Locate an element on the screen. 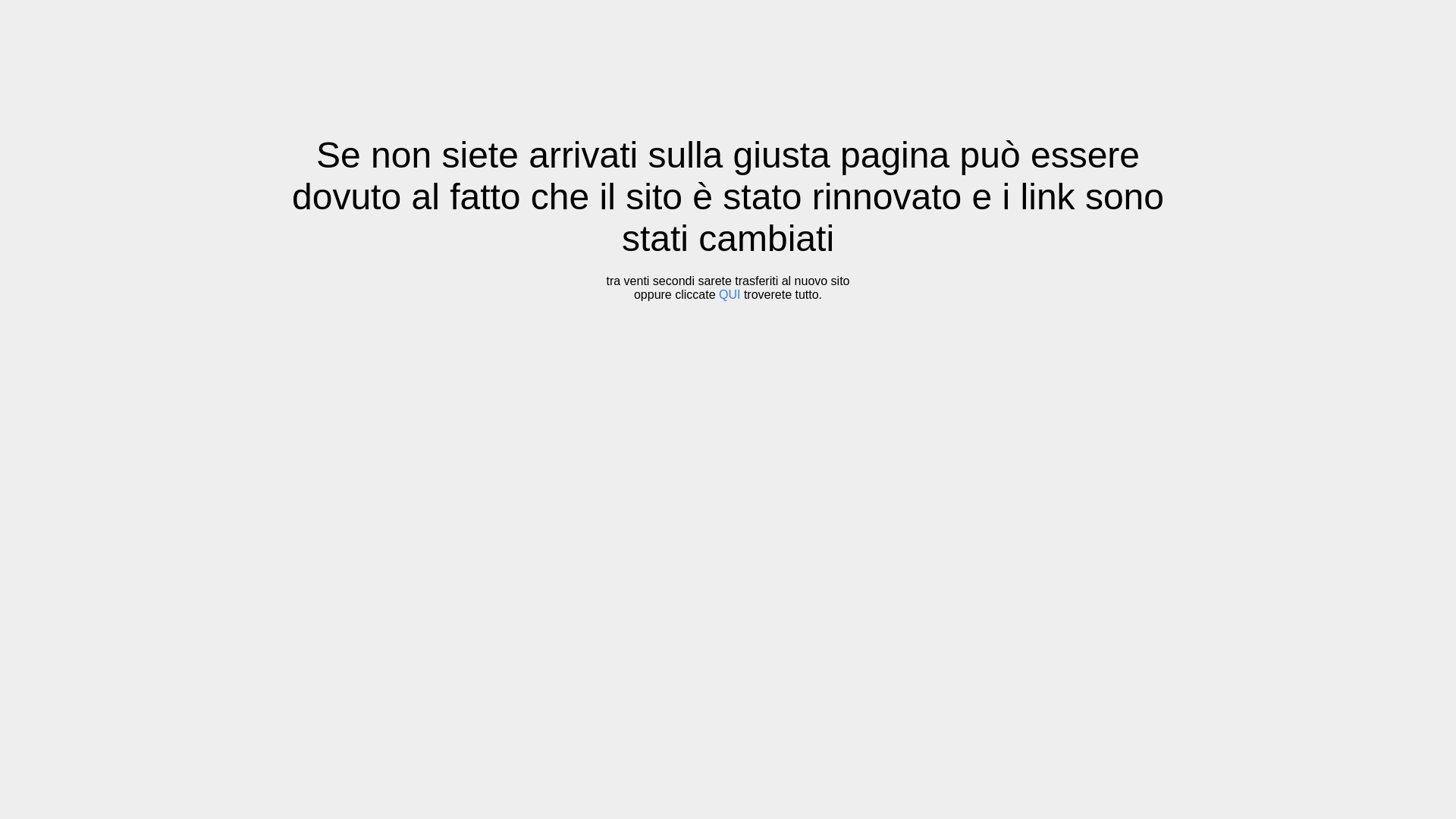  'QUI' is located at coordinates (729, 294).